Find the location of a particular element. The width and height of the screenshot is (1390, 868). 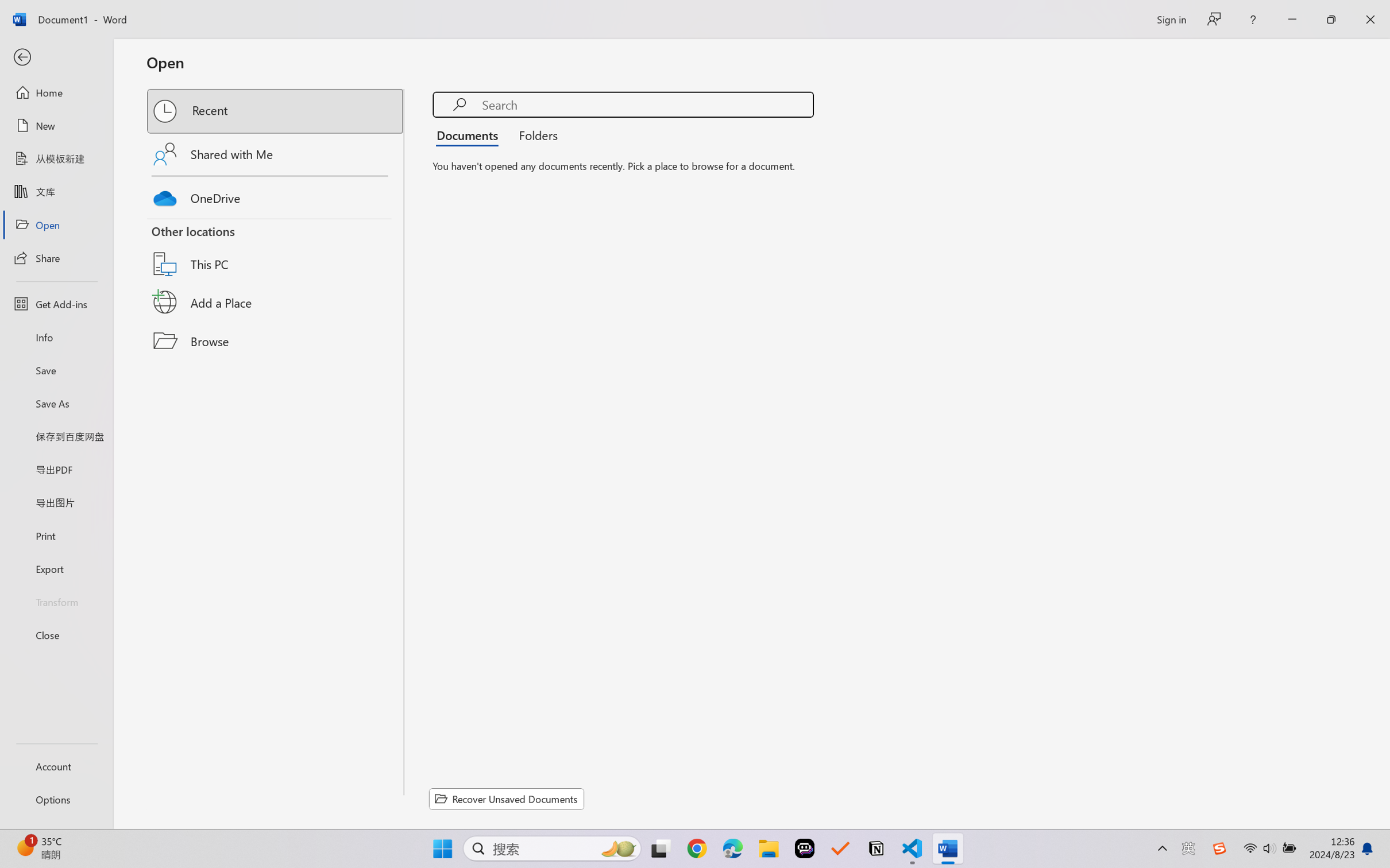

'Shared with Me' is located at coordinates (276, 153).